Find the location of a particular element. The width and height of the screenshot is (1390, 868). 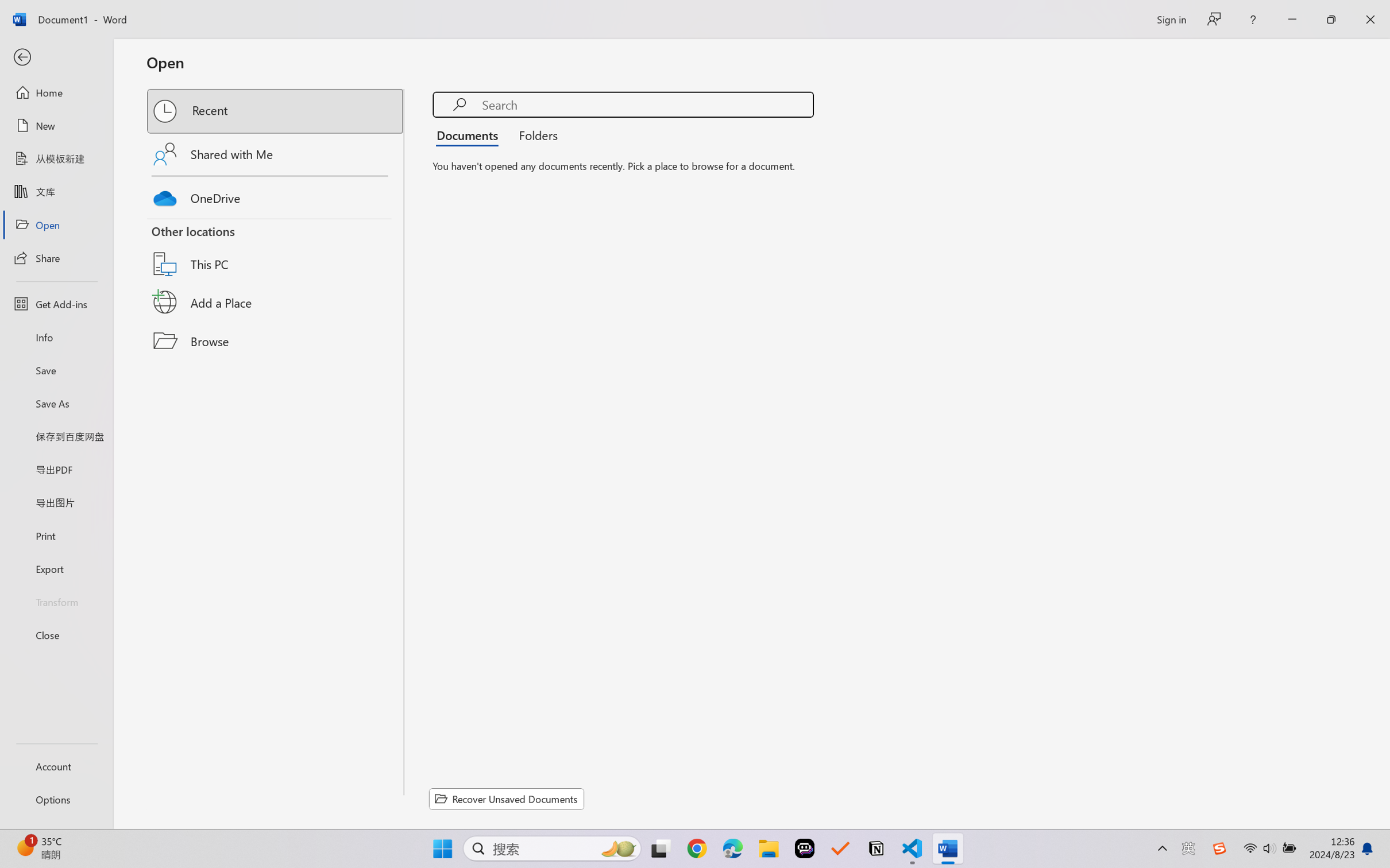

'Shared with Me' is located at coordinates (276, 153).